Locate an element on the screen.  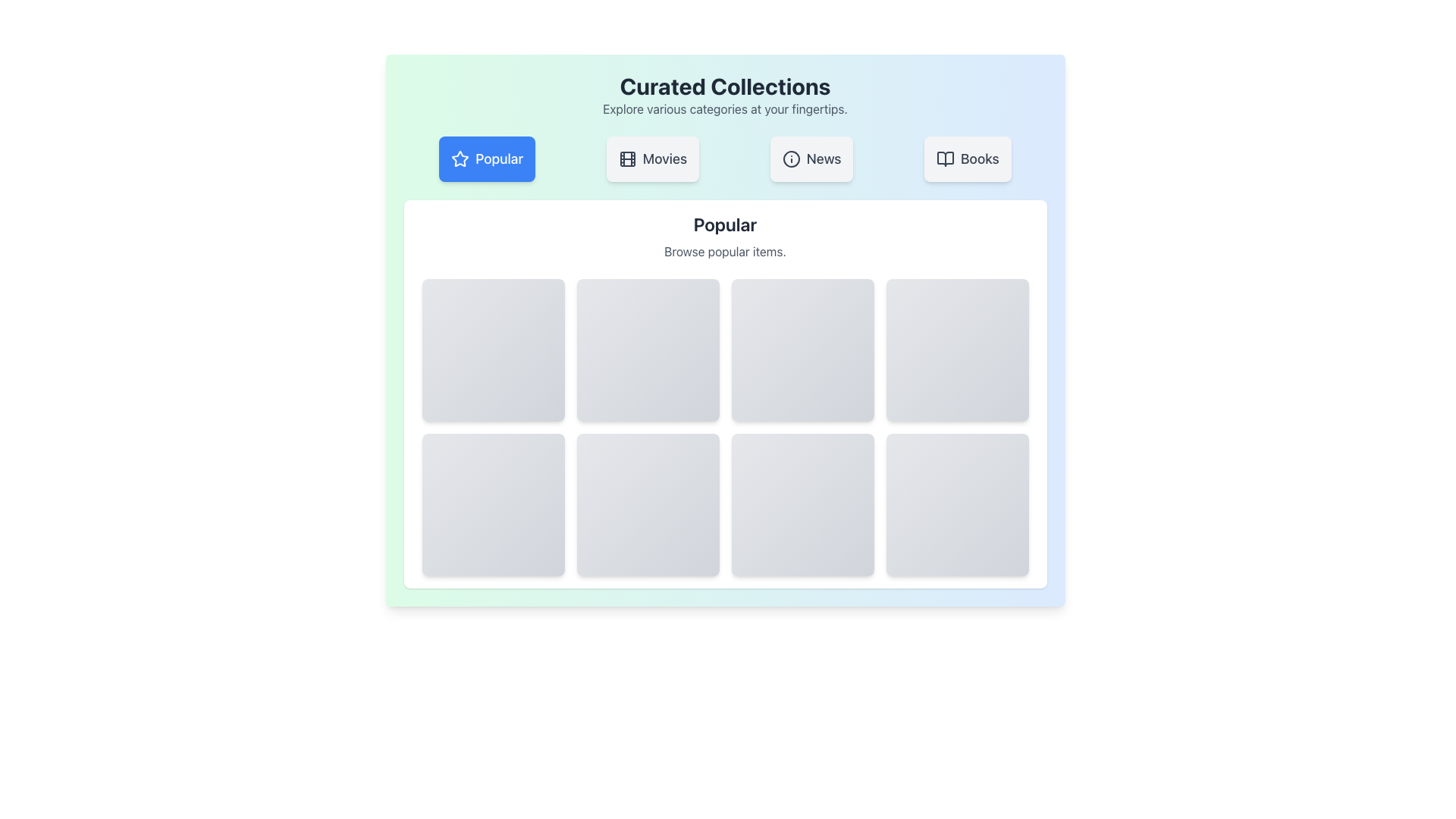
the 'Popular' text label, which is a selectable button indicating the option is located at coordinates (499, 158).